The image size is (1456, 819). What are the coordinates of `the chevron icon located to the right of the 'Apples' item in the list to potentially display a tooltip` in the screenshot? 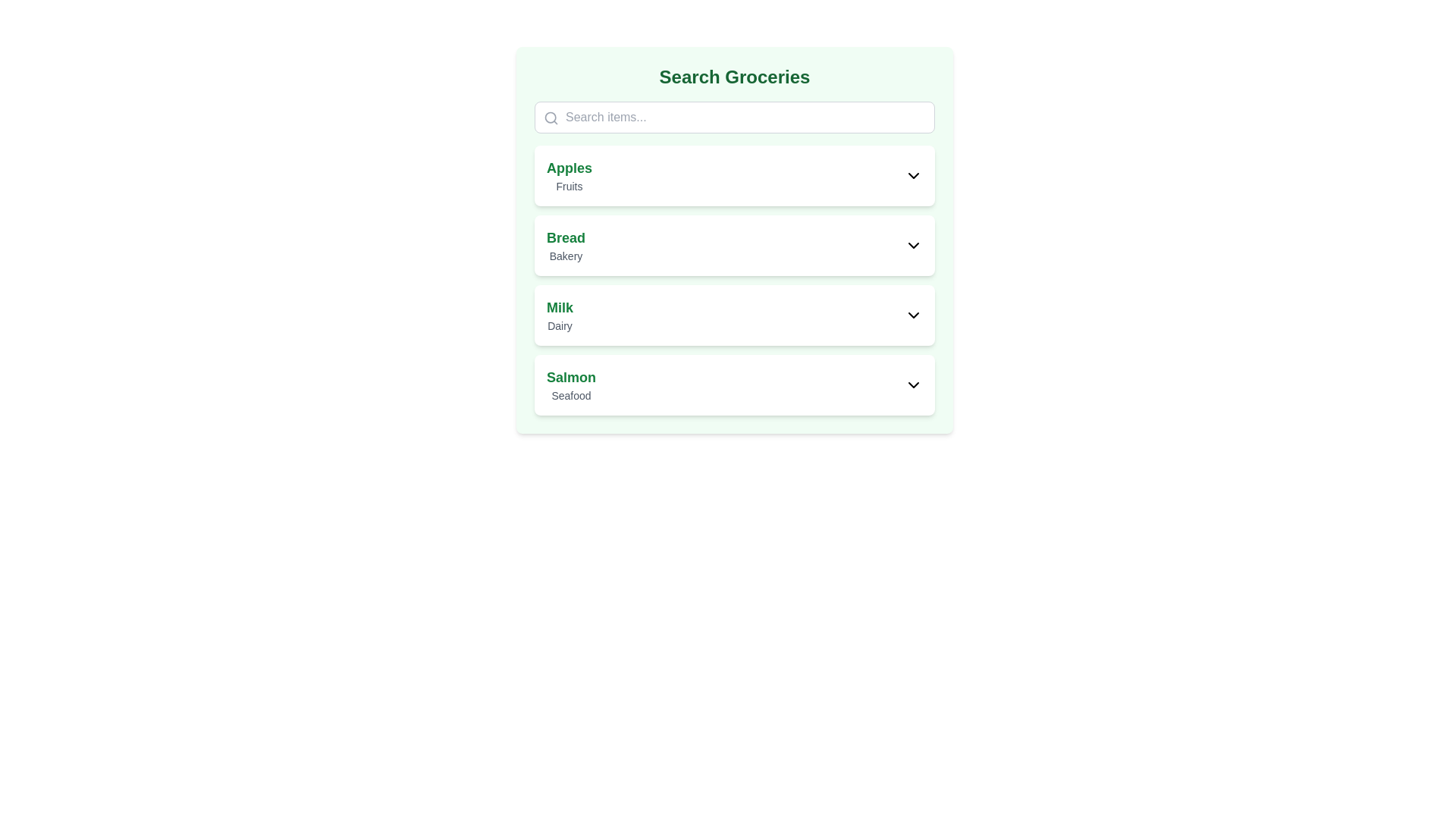 It's located at (912, 174).